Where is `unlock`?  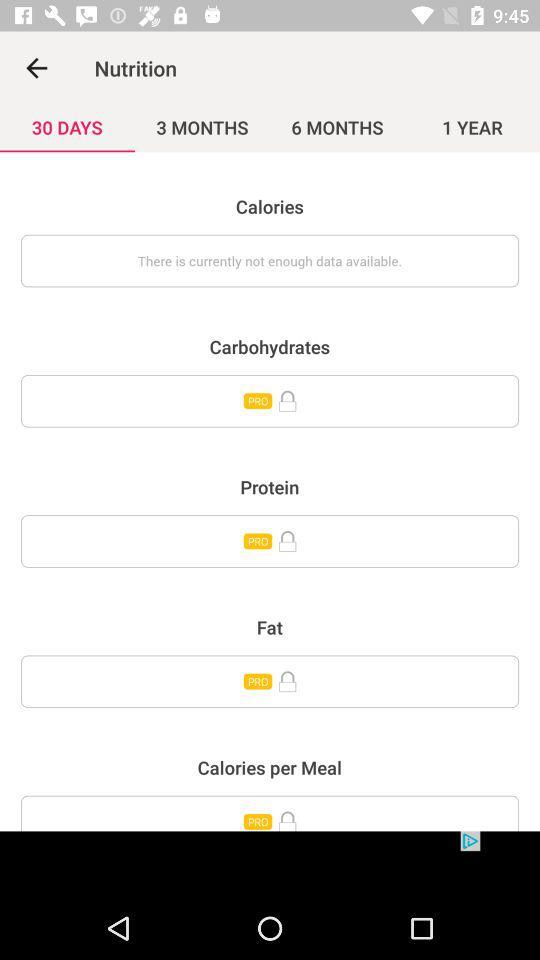 unlock is located at coordinates (270, 681).